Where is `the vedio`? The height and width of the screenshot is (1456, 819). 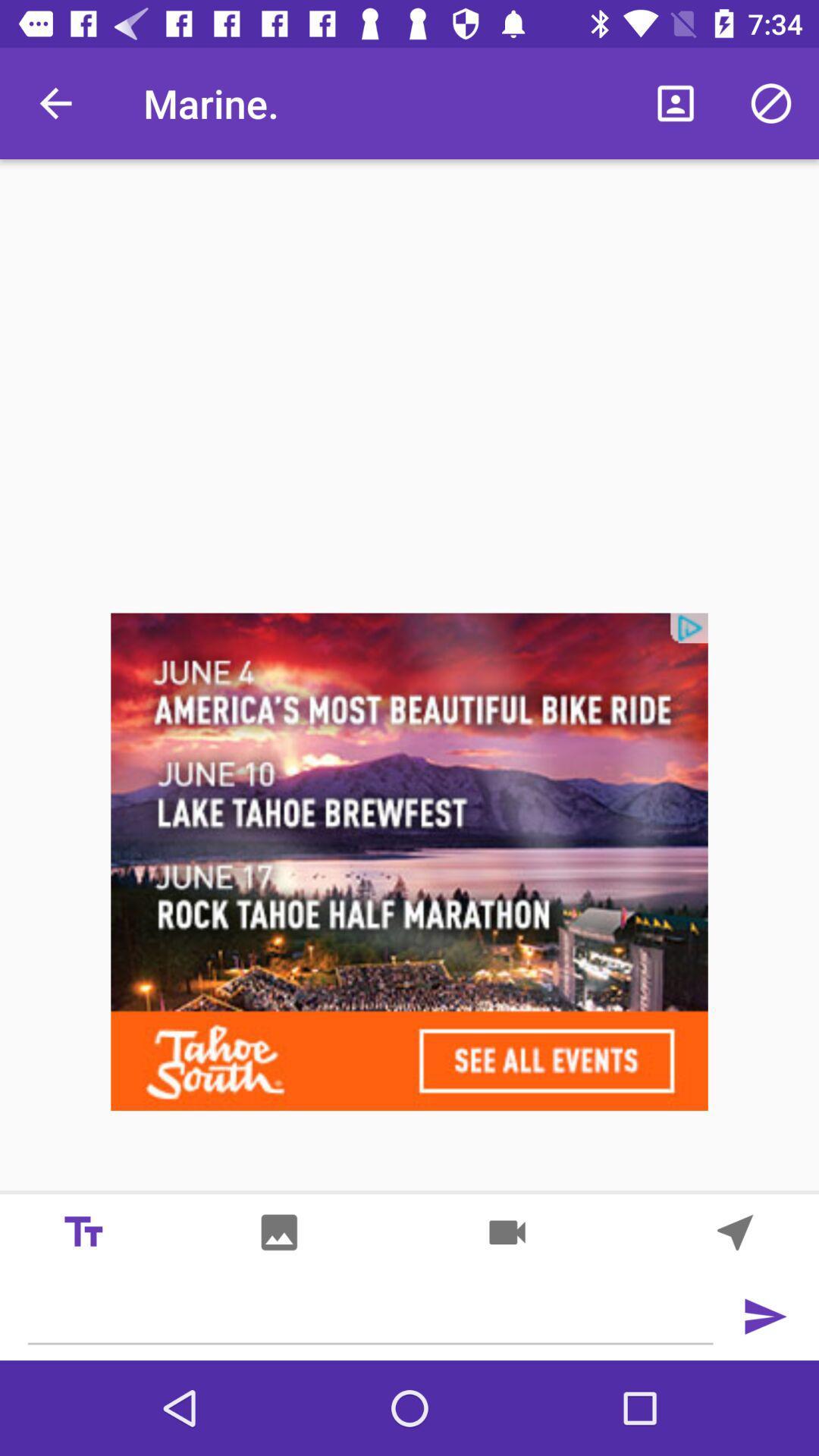
the vedio is located at coordinates (507, 1232).